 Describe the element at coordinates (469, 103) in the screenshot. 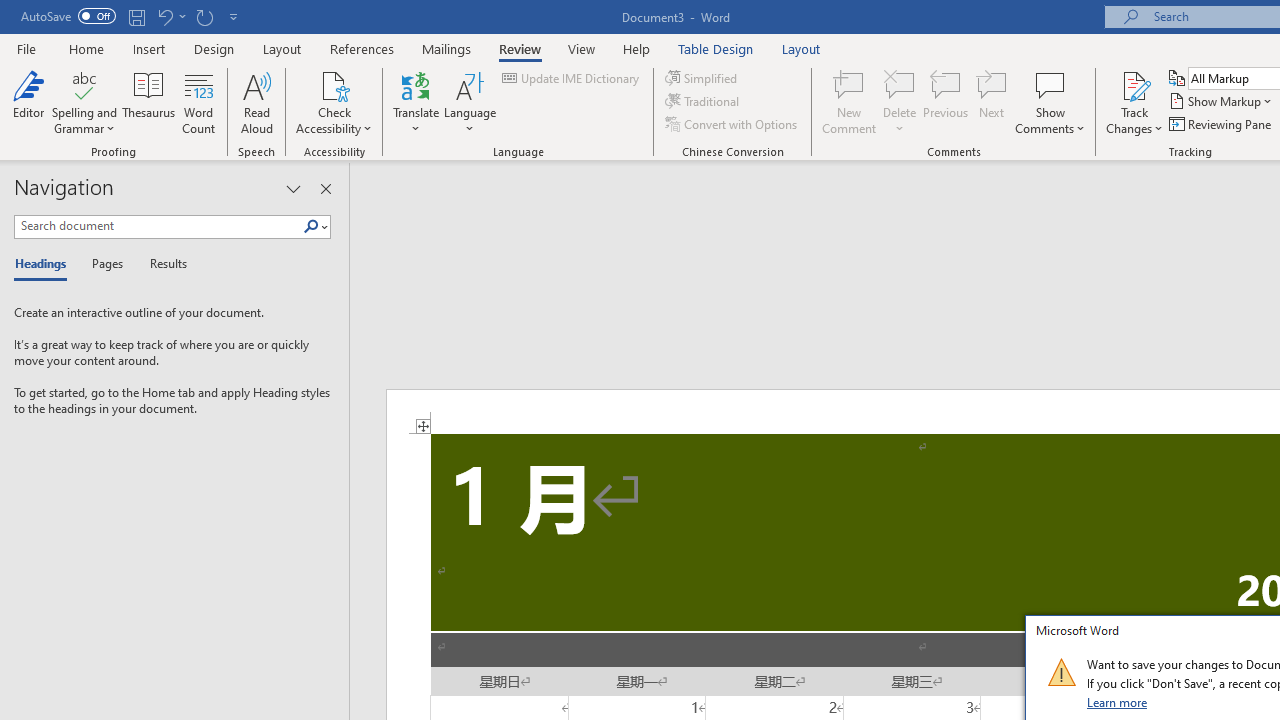

I see `'Language'` at that location.